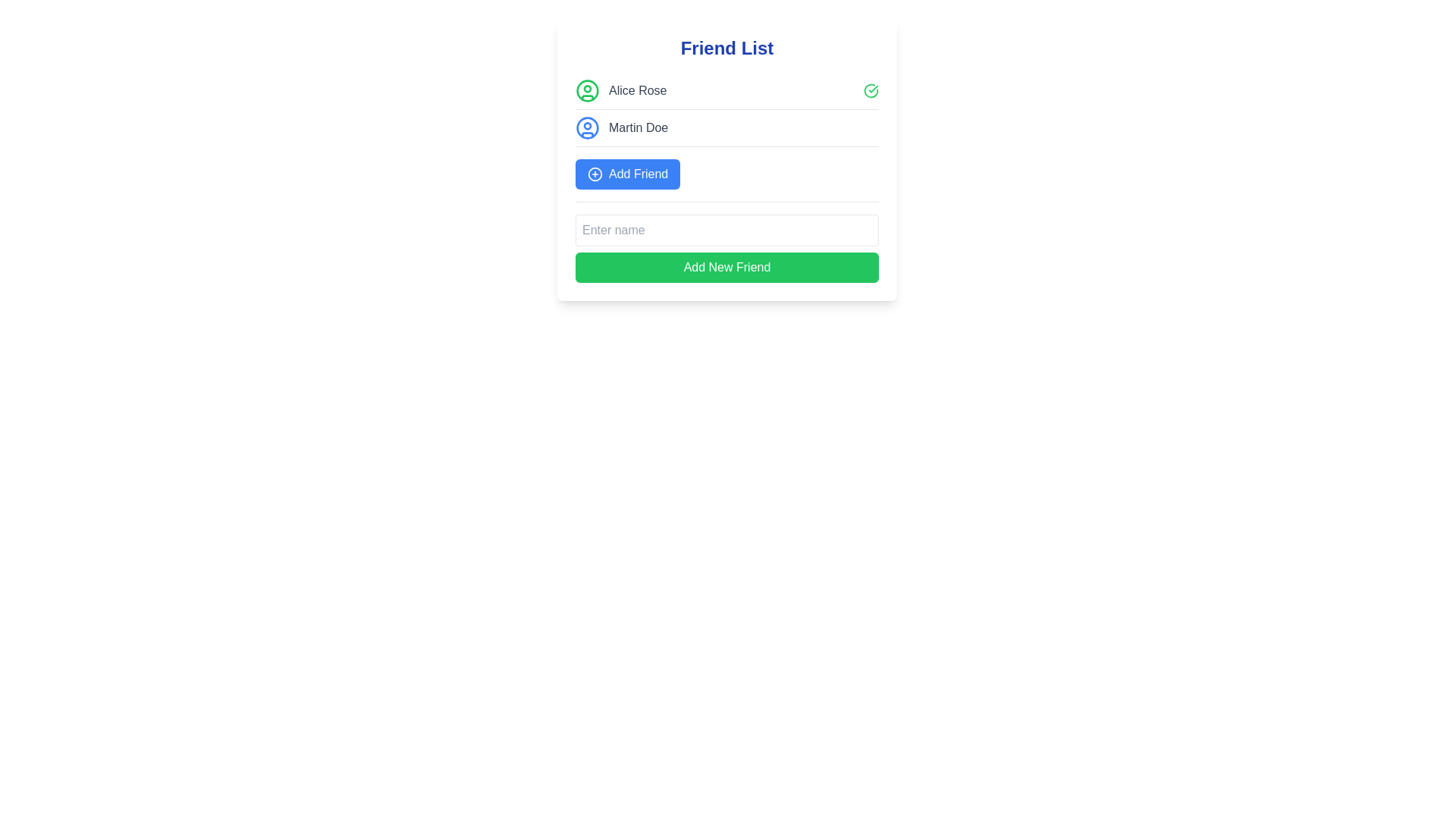  I want to click on the second entry in the 'Friend List' representing a user with details such as an avatar and username for selection, so click(726, 127).